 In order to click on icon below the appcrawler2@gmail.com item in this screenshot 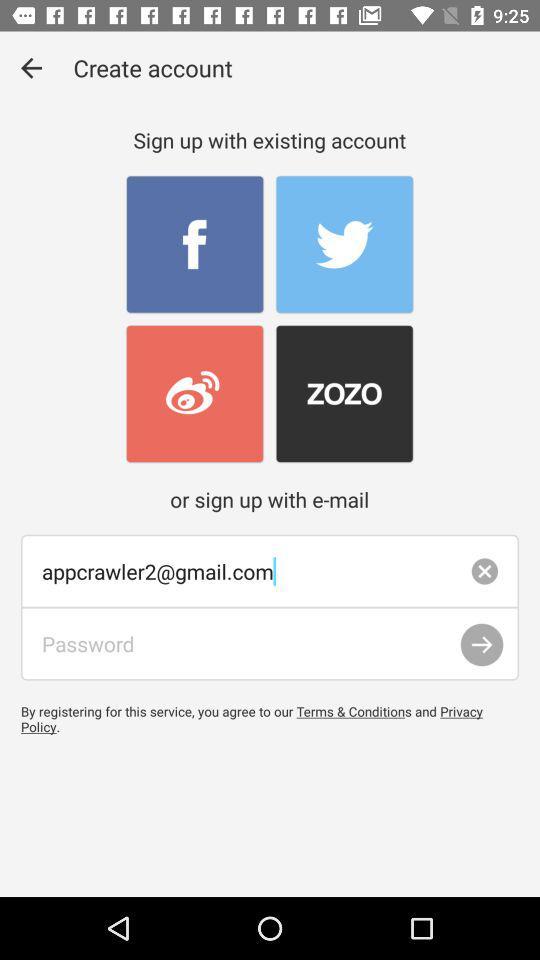, I will do `click(270, 642)`.